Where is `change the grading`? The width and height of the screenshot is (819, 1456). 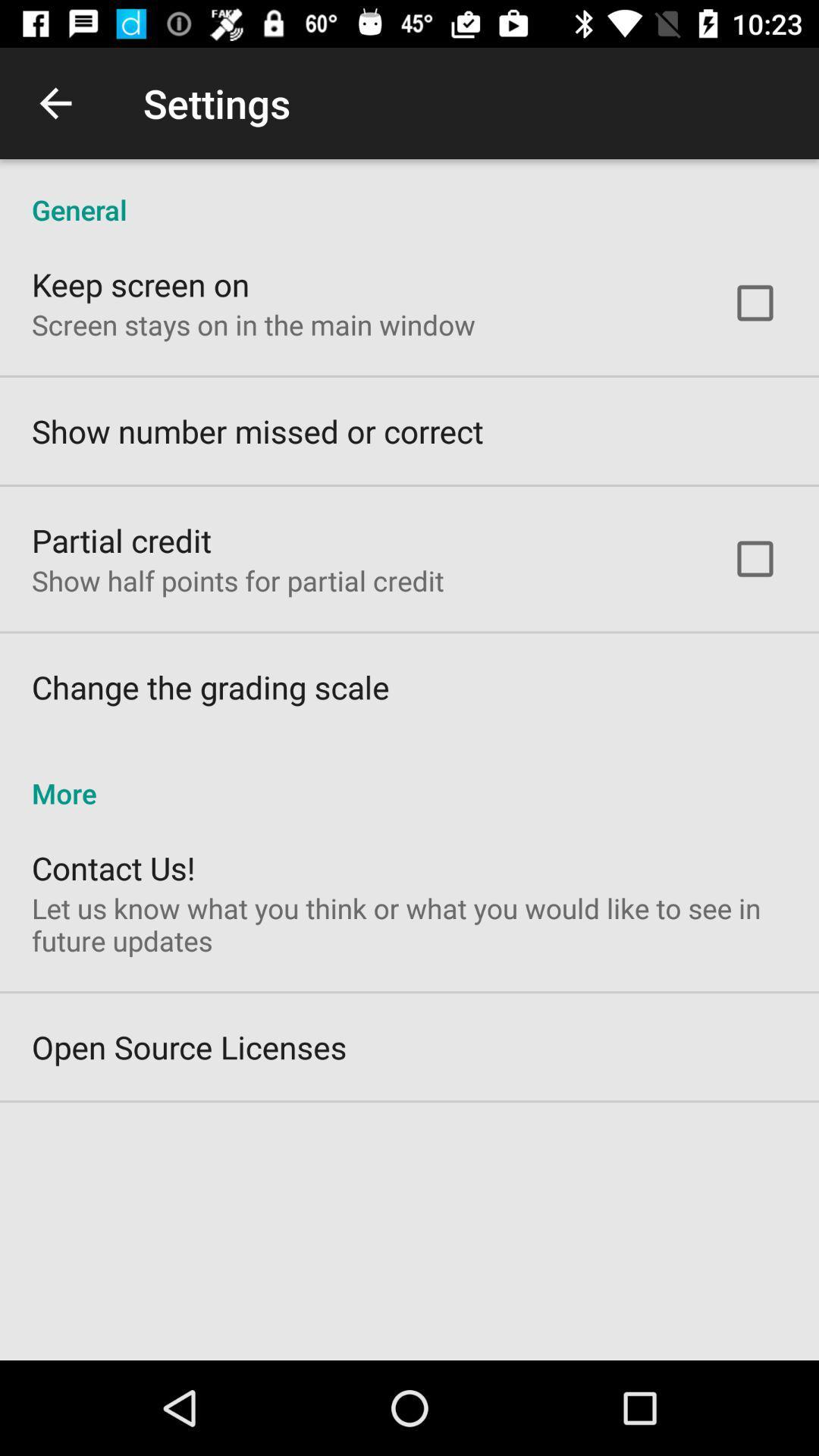
change the grading is located at coordinates (210, 686).